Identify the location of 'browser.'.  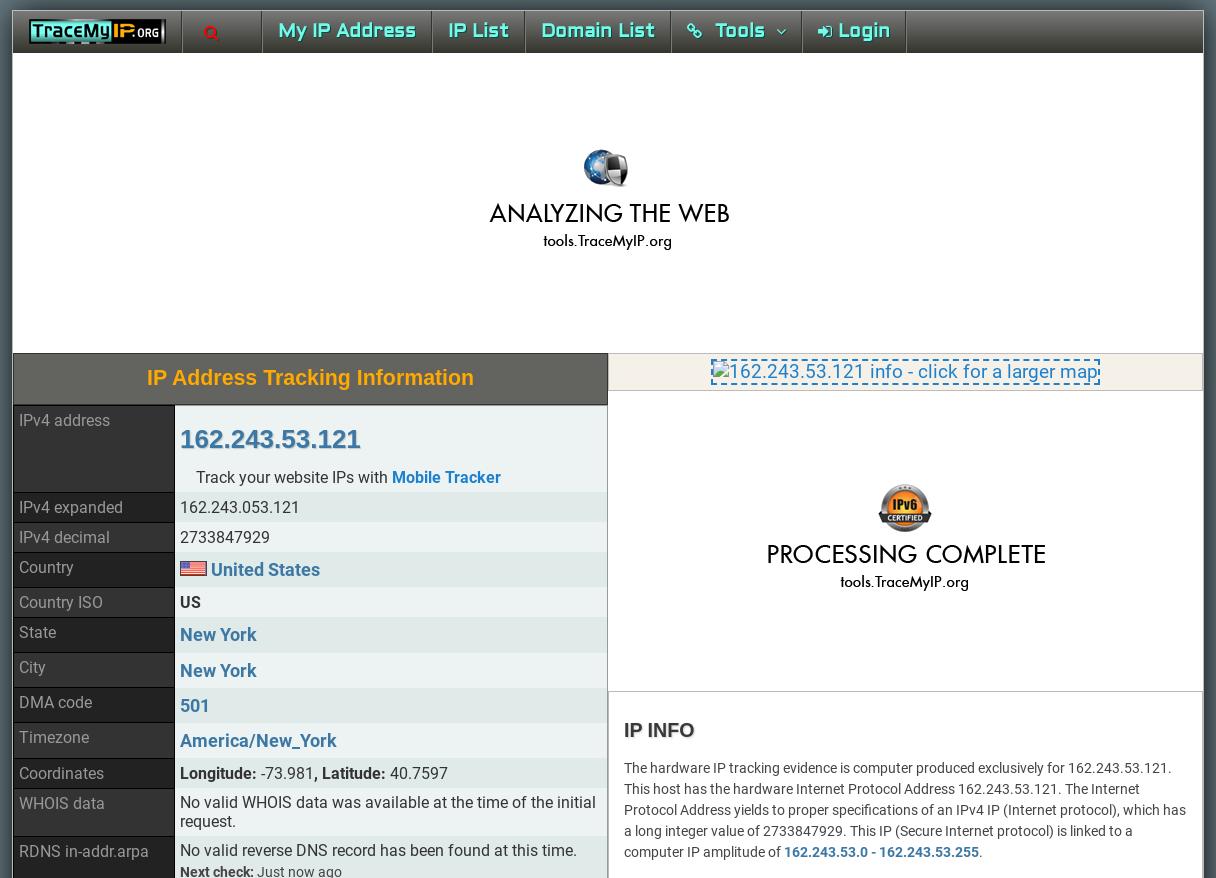
(984, 400).